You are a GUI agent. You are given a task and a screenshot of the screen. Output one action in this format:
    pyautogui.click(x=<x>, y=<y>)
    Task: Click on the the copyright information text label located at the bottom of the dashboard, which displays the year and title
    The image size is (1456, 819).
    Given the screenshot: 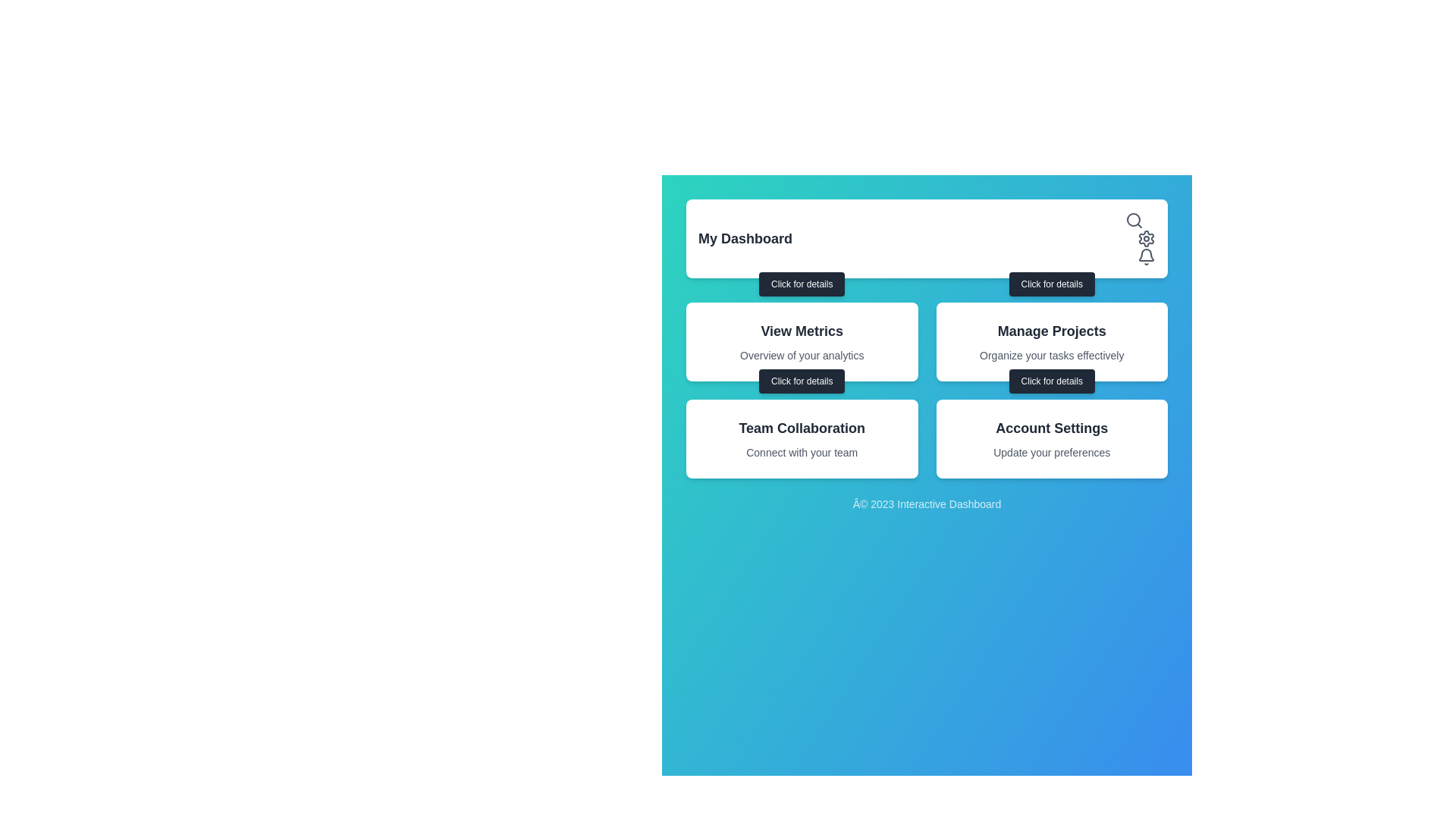 What is the action you would take?
    pyautogui.click(x=926, y=504)
    